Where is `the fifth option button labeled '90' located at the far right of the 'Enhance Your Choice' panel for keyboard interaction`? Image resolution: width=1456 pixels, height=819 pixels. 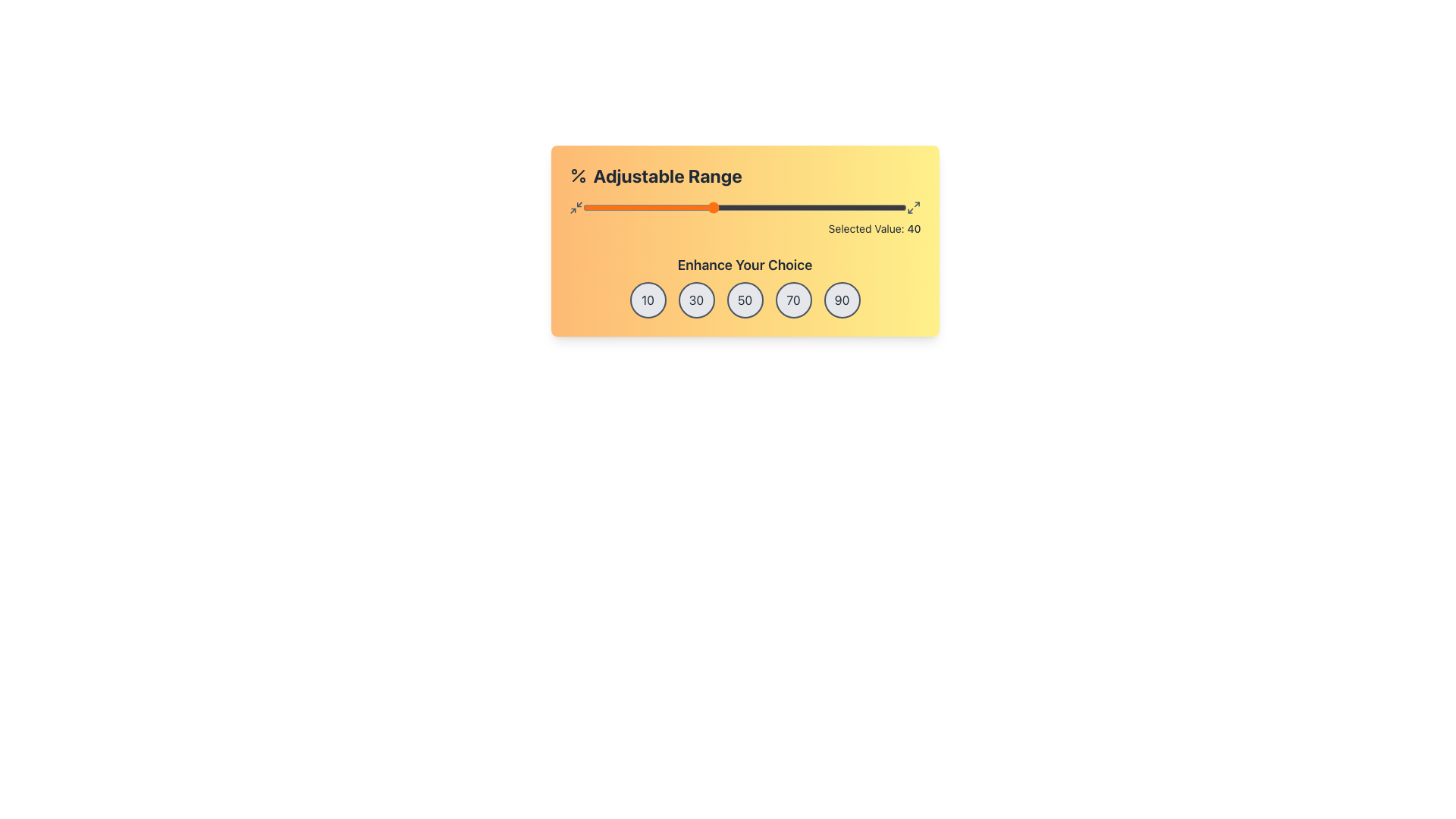
the fifth option button labeled '90' located at the far right of the 'Enhance Your Choice' panel for keyboard interaction is located at coordinates (841, 300).